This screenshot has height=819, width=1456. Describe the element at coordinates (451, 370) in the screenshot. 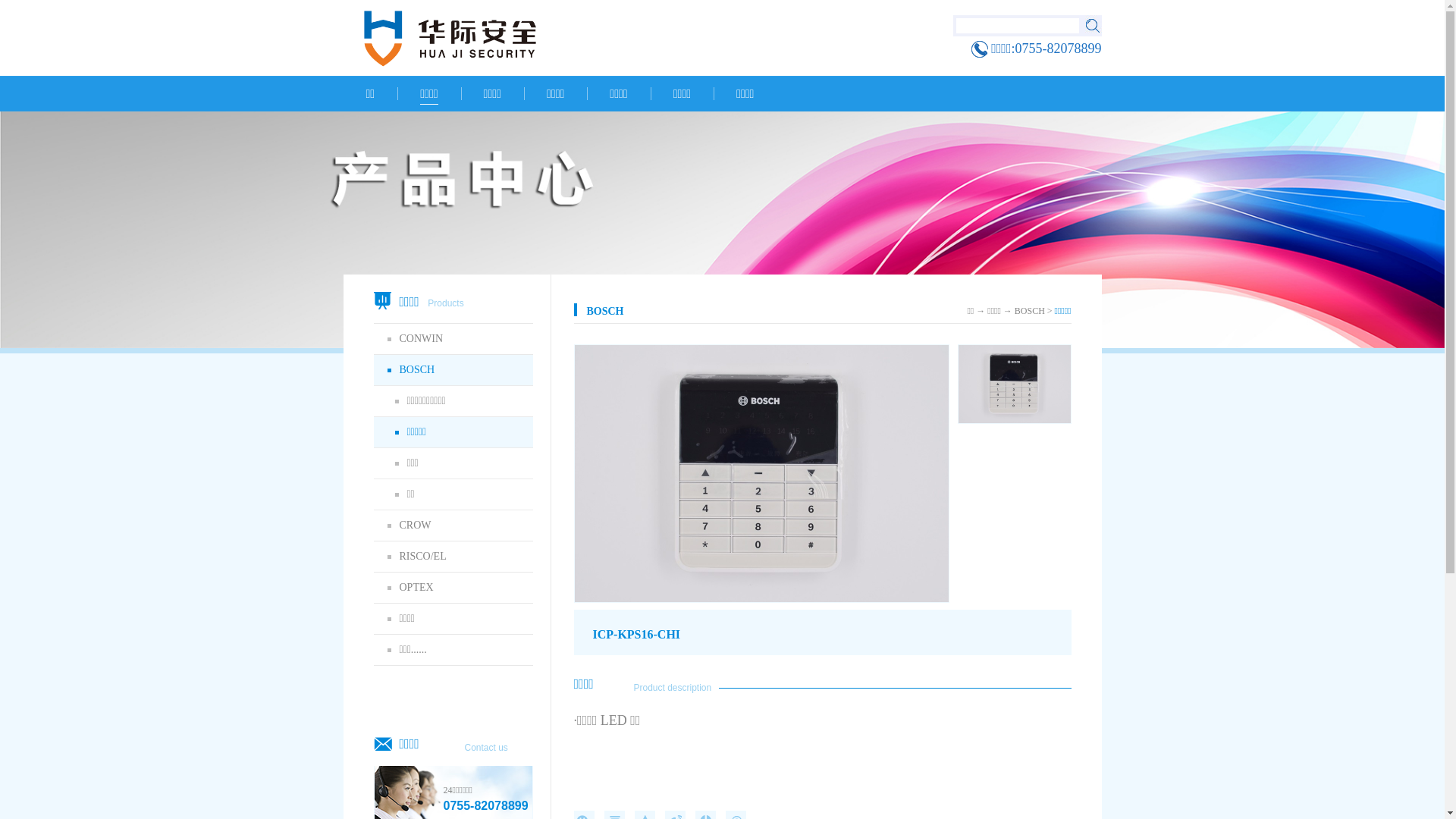

I see `'BOSCH'` at that location.